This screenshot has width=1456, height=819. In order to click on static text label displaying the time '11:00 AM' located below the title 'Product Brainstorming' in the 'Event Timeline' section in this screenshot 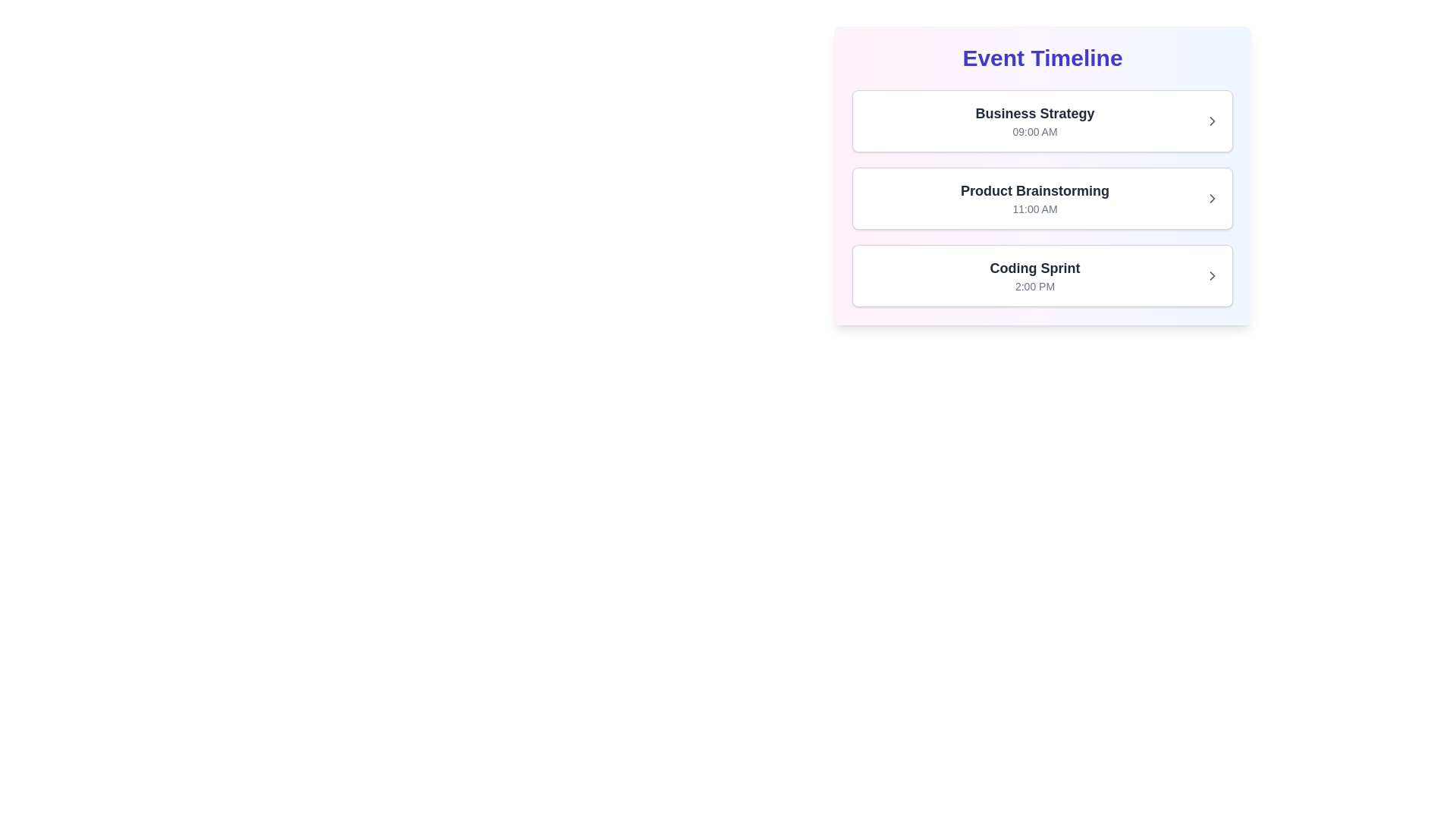, I will do `click(1034, 209)`.